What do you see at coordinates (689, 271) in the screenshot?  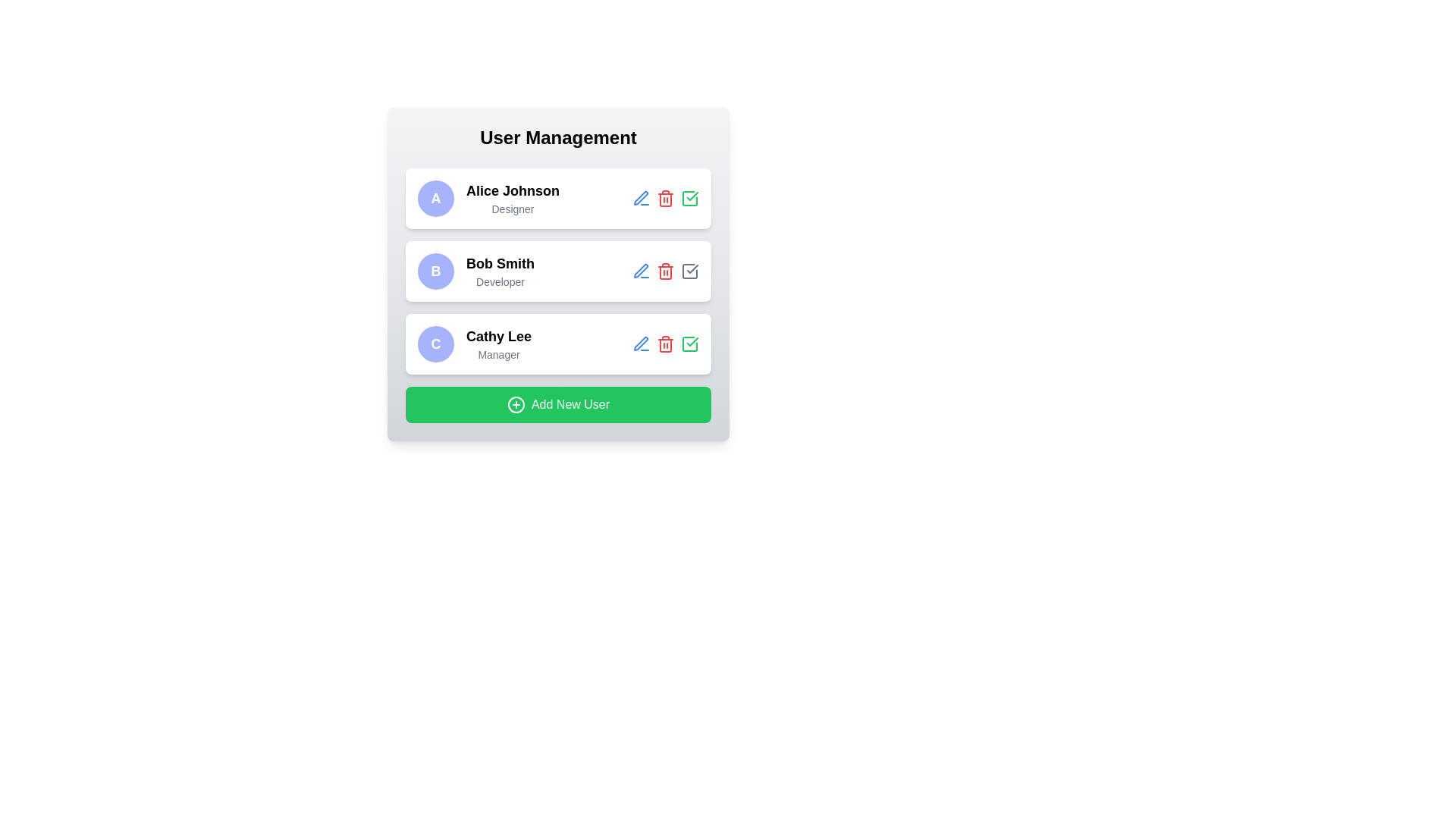 I see `the checkbox-like icon with a check mark inside it located at the far-right side of the row for 'Bob Smith, Developer' in the 'User Management' table to approve` at bounding box center [689, 271].